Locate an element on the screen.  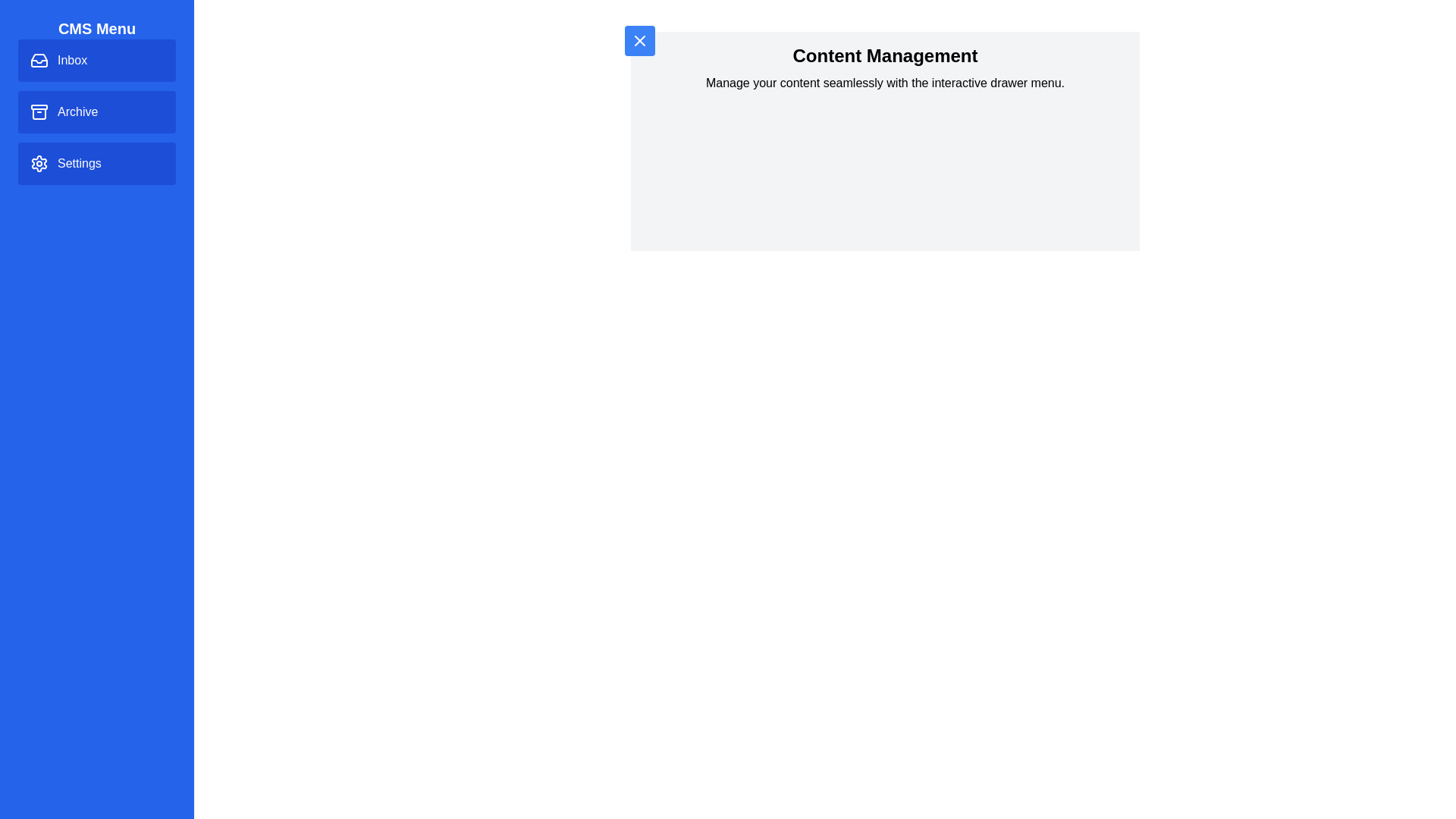
the menu item Settings from the drawer is located at coordinates (96, 164).